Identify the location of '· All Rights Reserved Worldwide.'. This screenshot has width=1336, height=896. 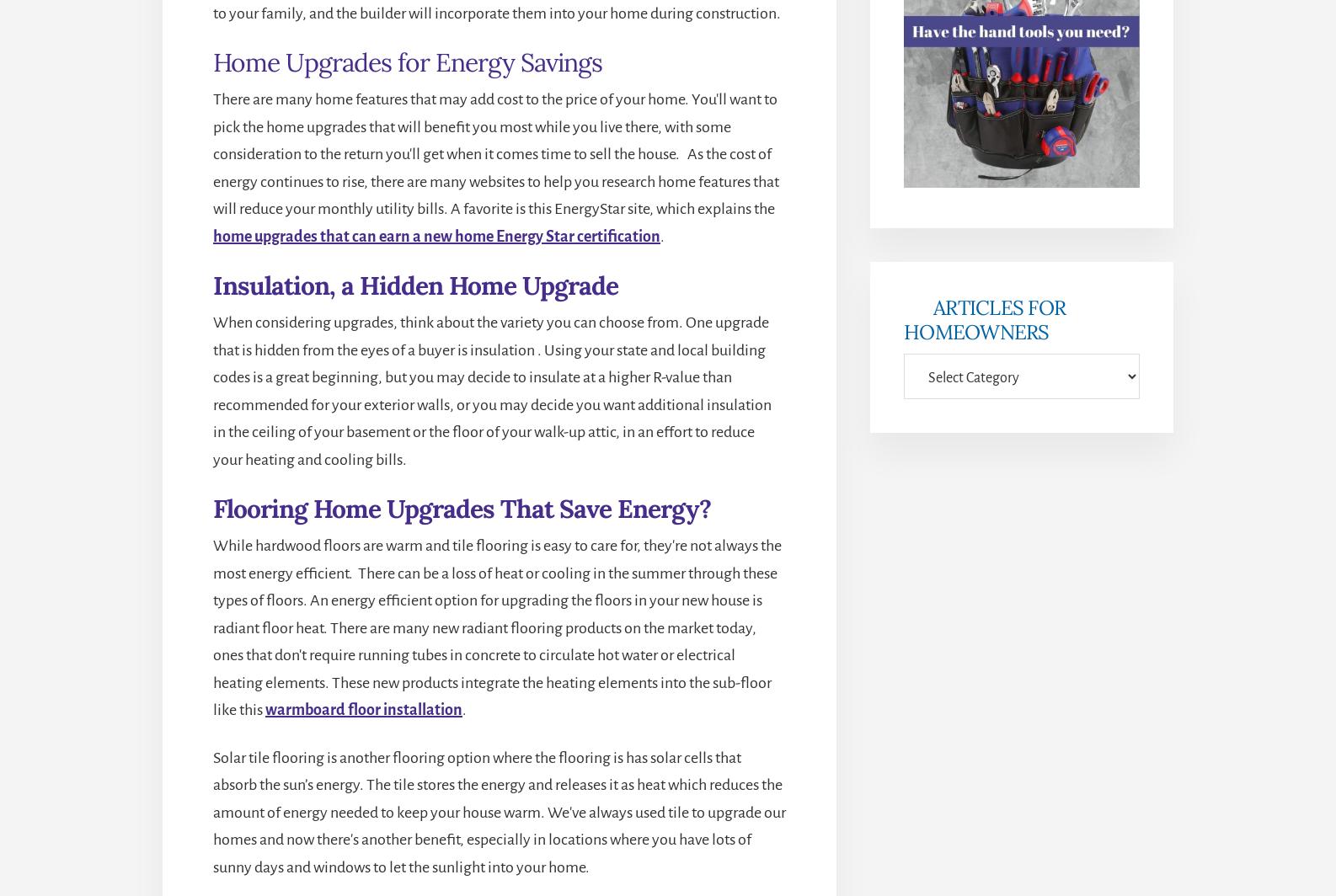
(692, 763).